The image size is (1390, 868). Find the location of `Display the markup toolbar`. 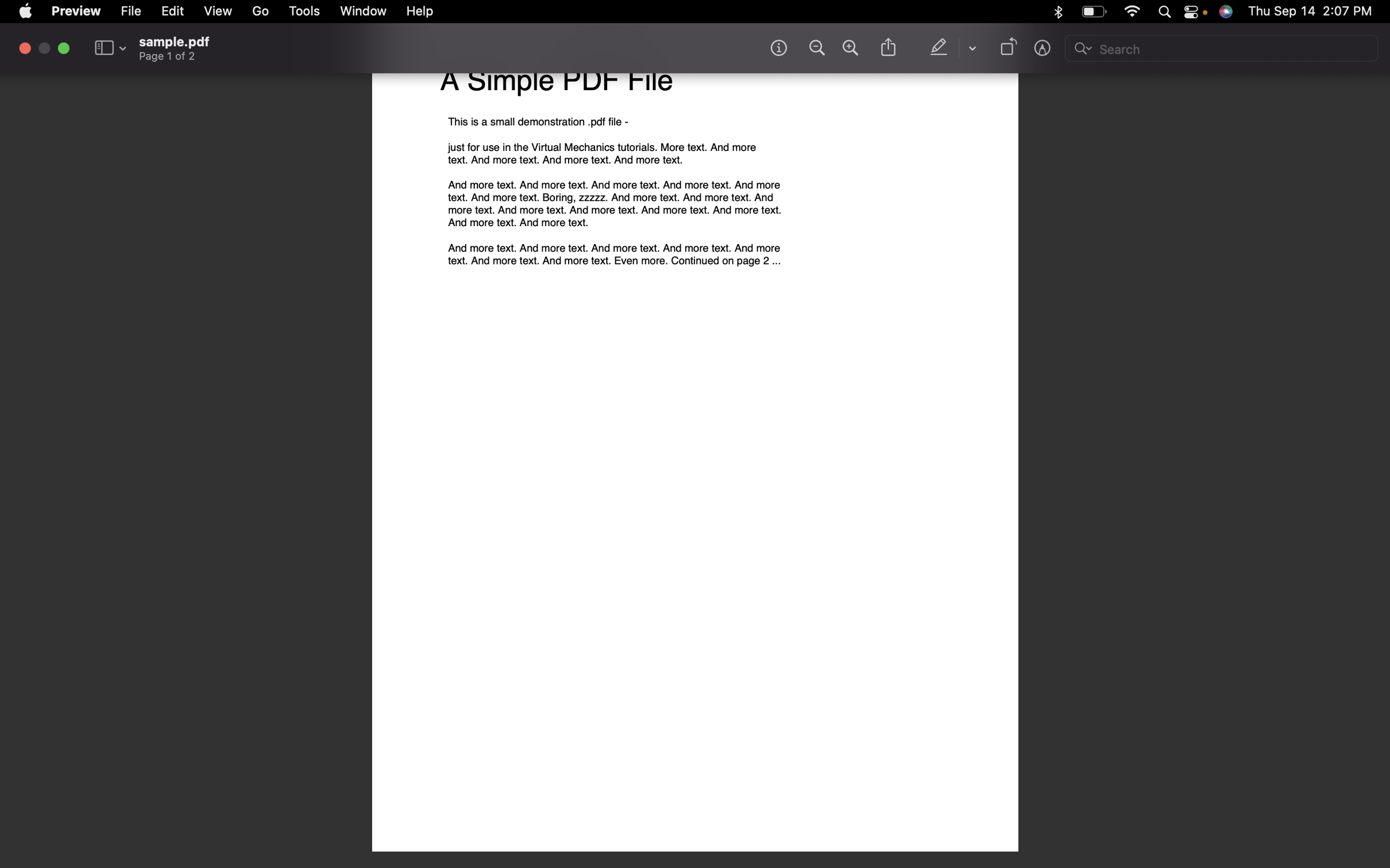

Display the markup toolbar is located at coordinates (1044, 50).